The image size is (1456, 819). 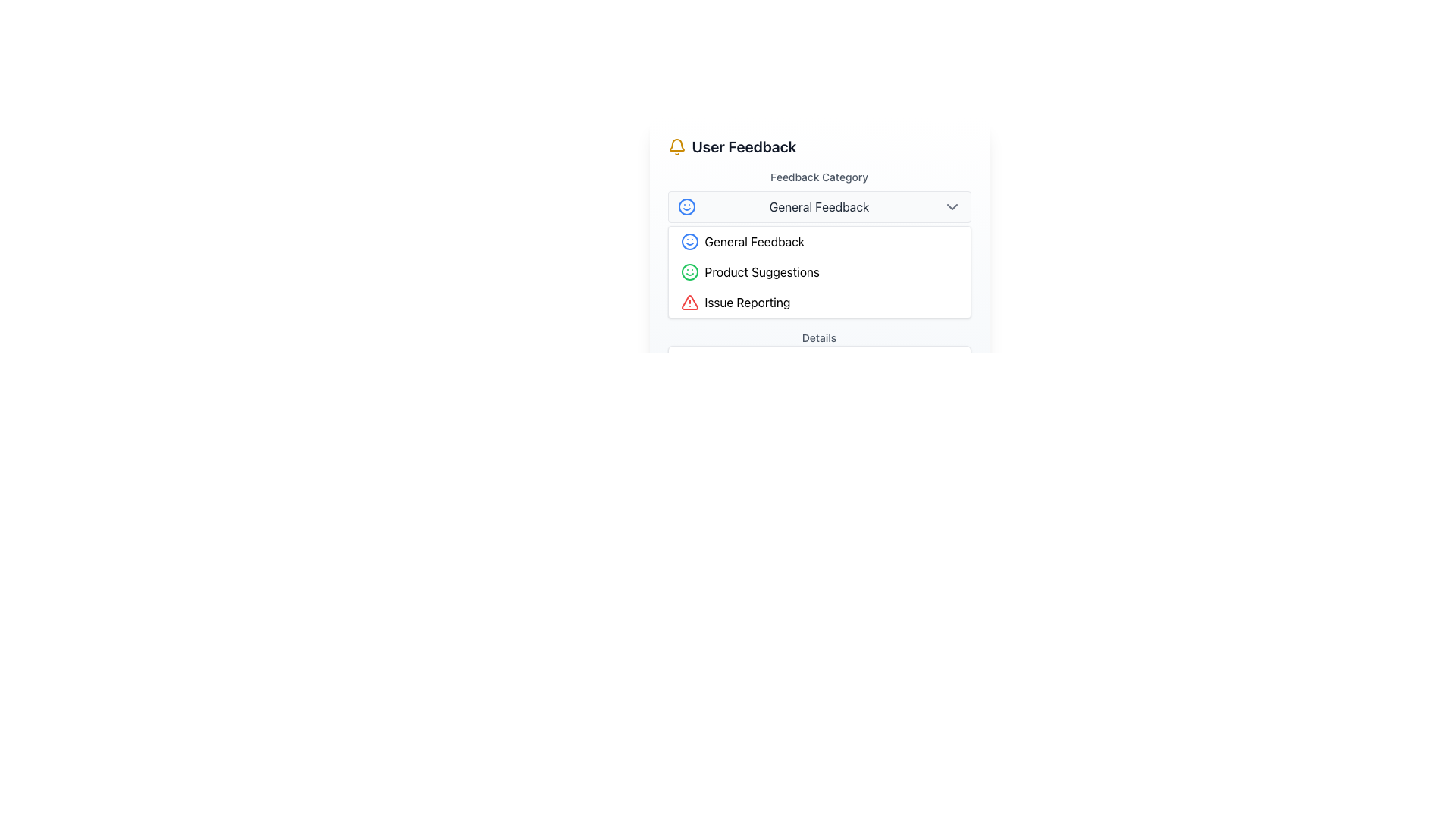 I want to click on the 'Product Suggestions' text label in the feedback category list, so click(x=762, y=271).